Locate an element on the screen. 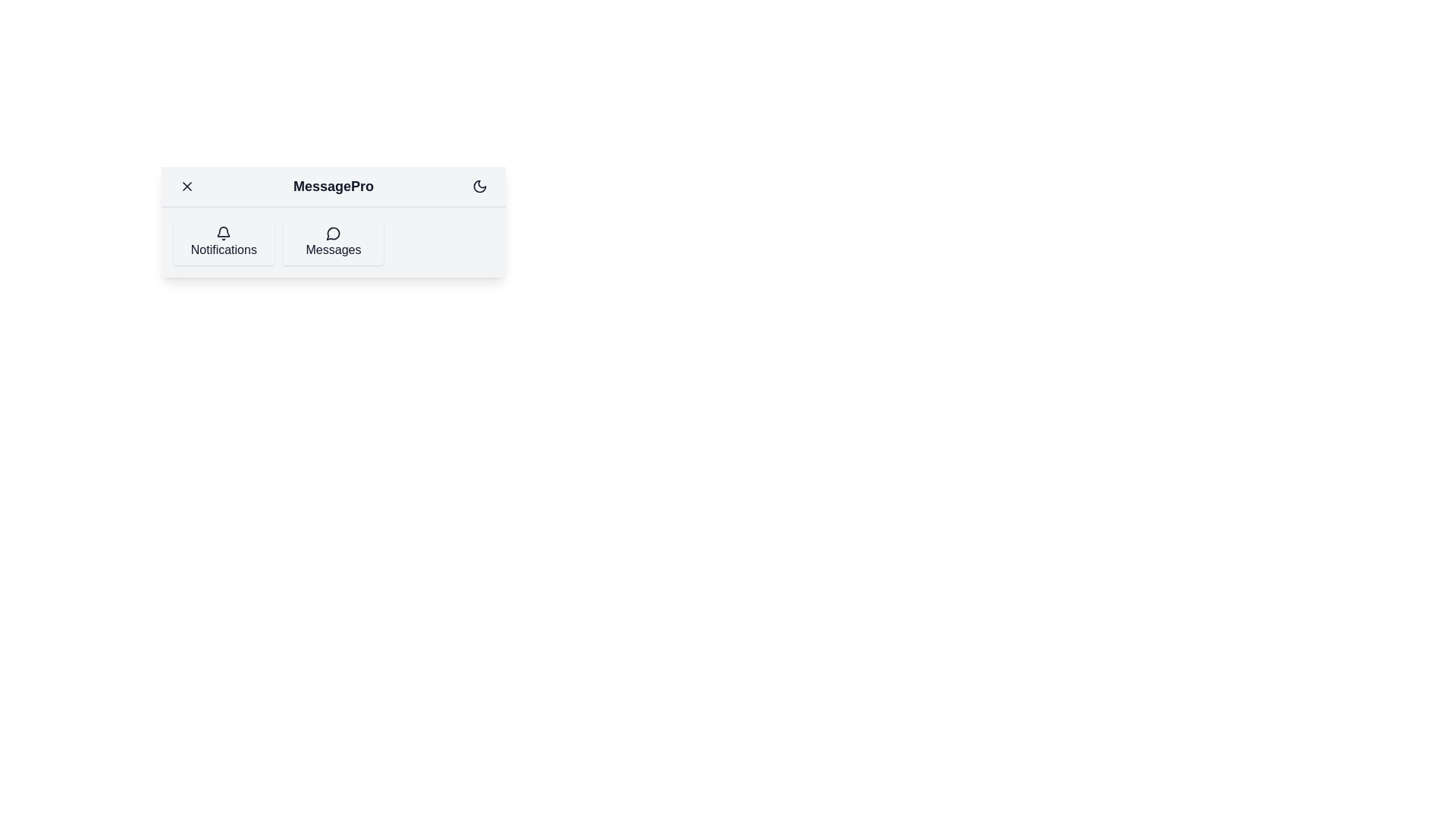 This screenshot has height=819, width=1456. the 'Messages' navigation item is located at coordinates (331, 242).